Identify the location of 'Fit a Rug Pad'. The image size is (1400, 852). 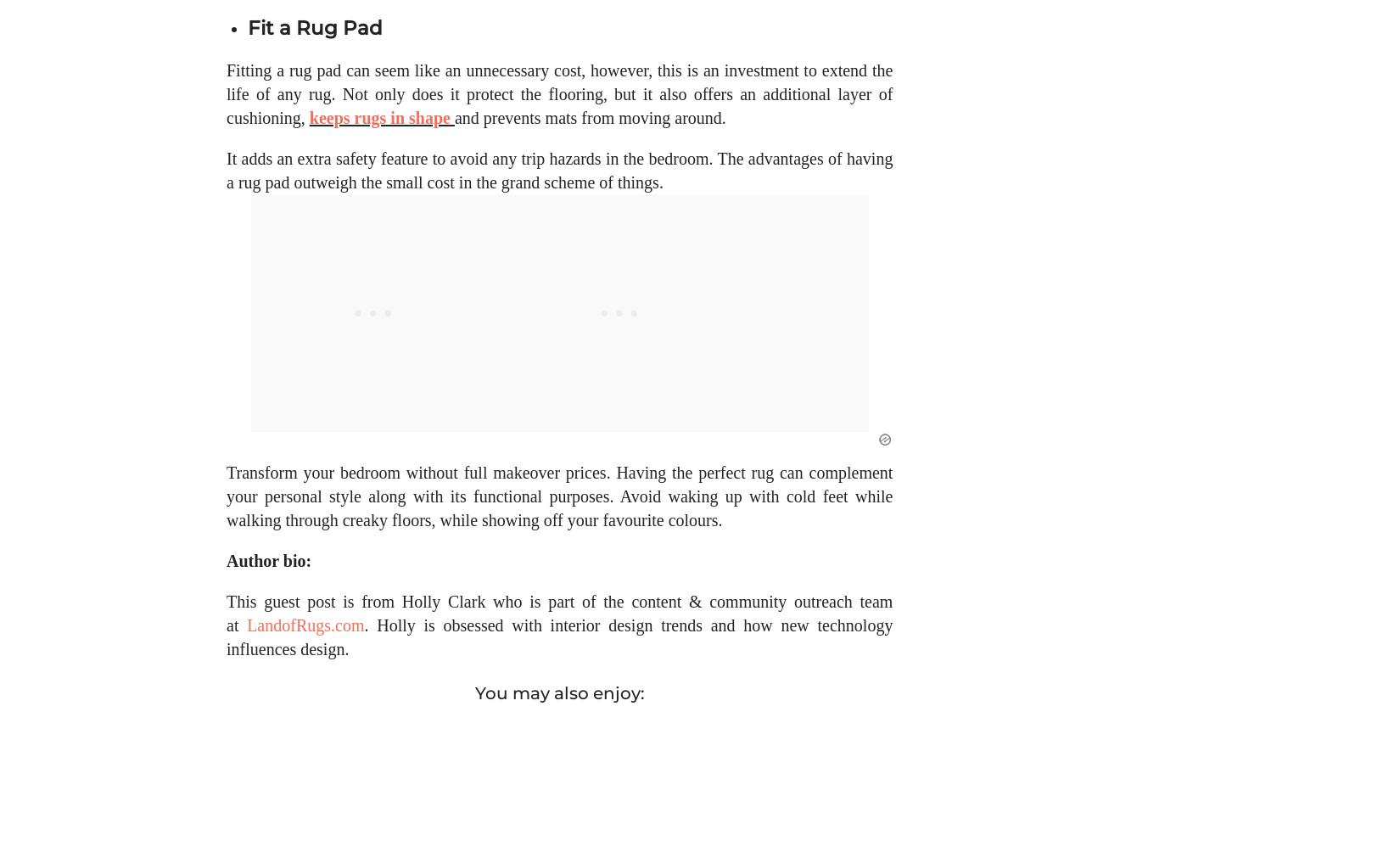
(315, 45).